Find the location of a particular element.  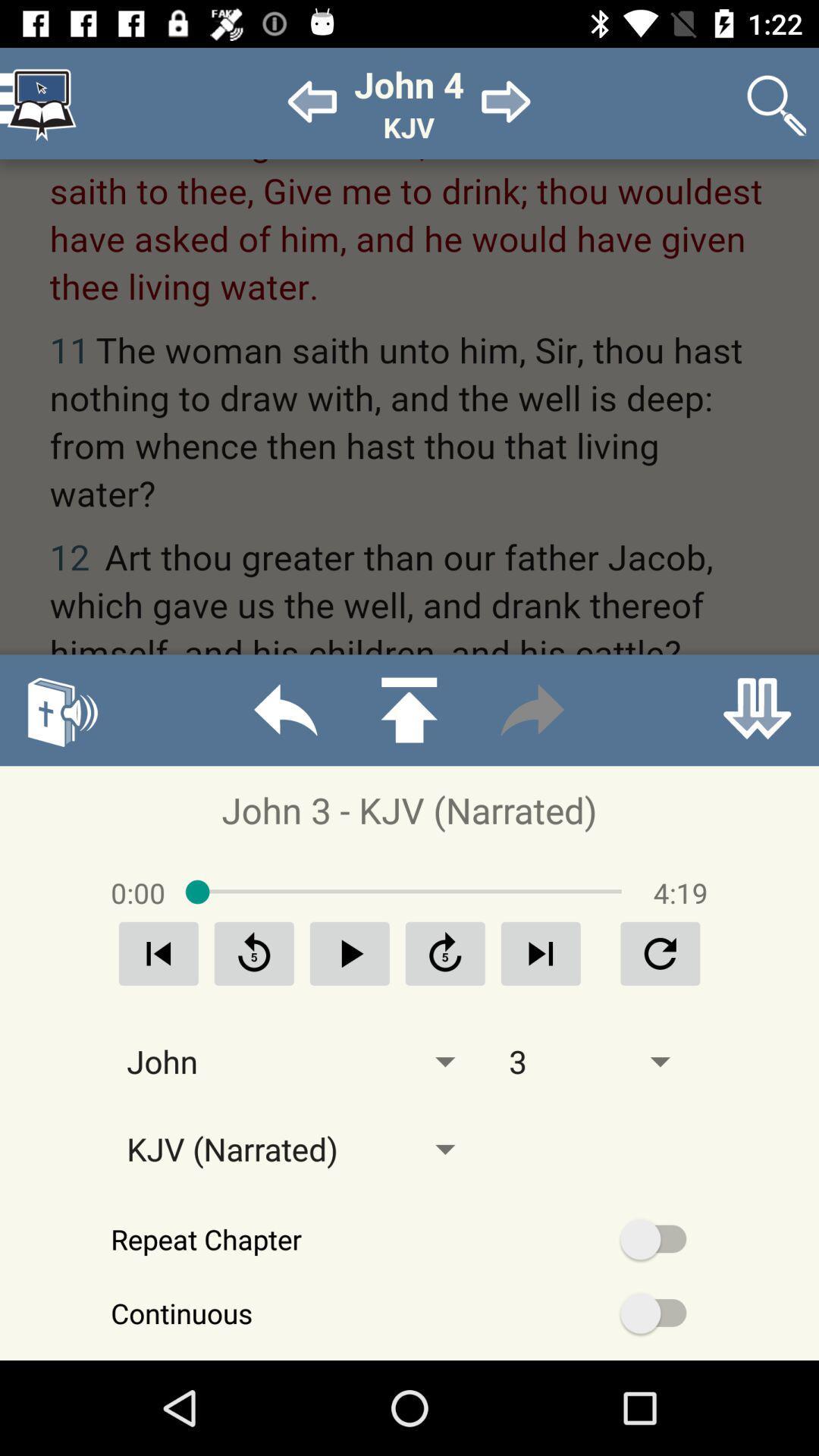

the skip_next icon is located at coordinates (540, 952).